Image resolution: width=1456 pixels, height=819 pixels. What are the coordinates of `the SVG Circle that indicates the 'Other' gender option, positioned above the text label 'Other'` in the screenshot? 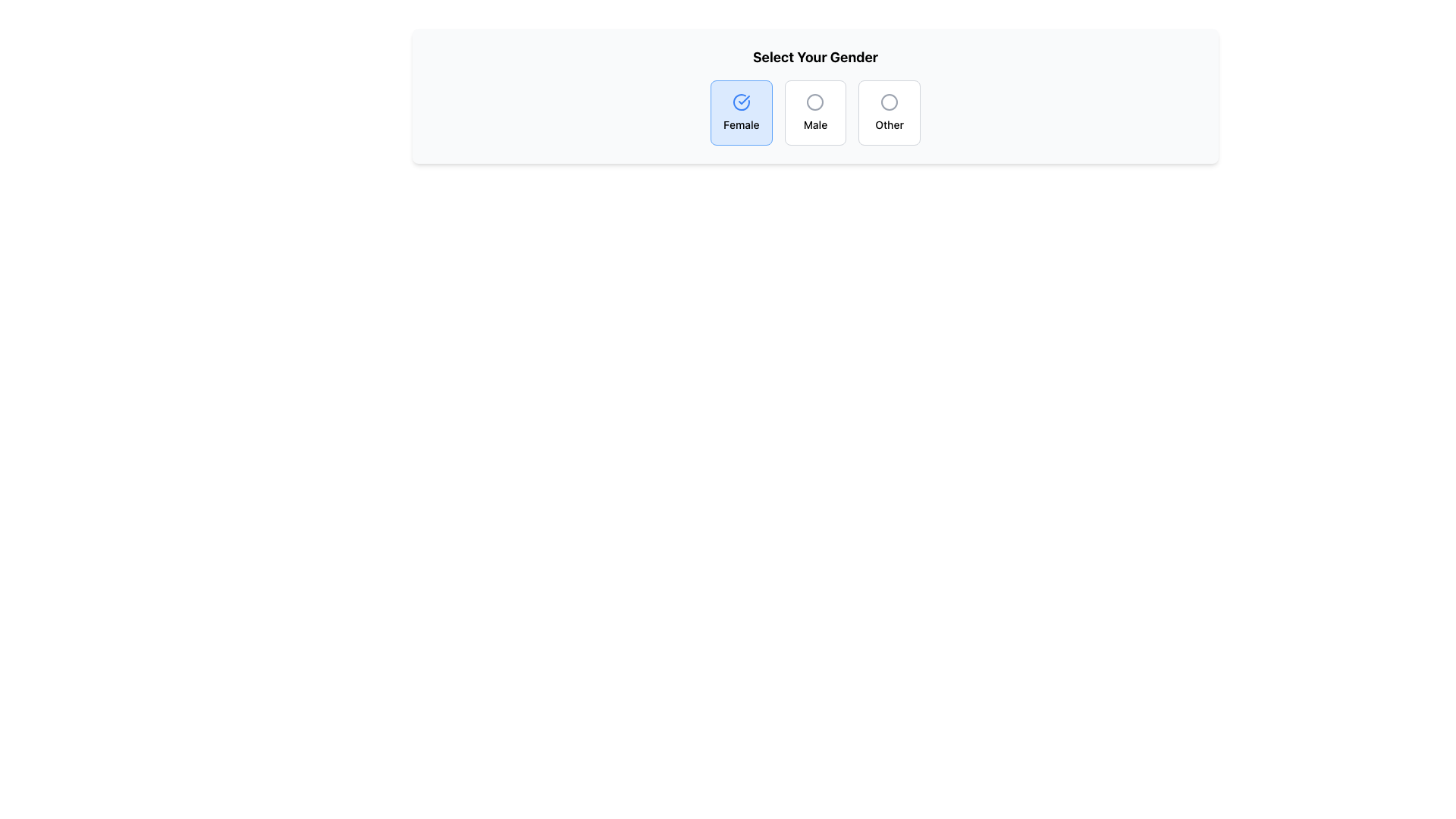 It's located at (890, 102).